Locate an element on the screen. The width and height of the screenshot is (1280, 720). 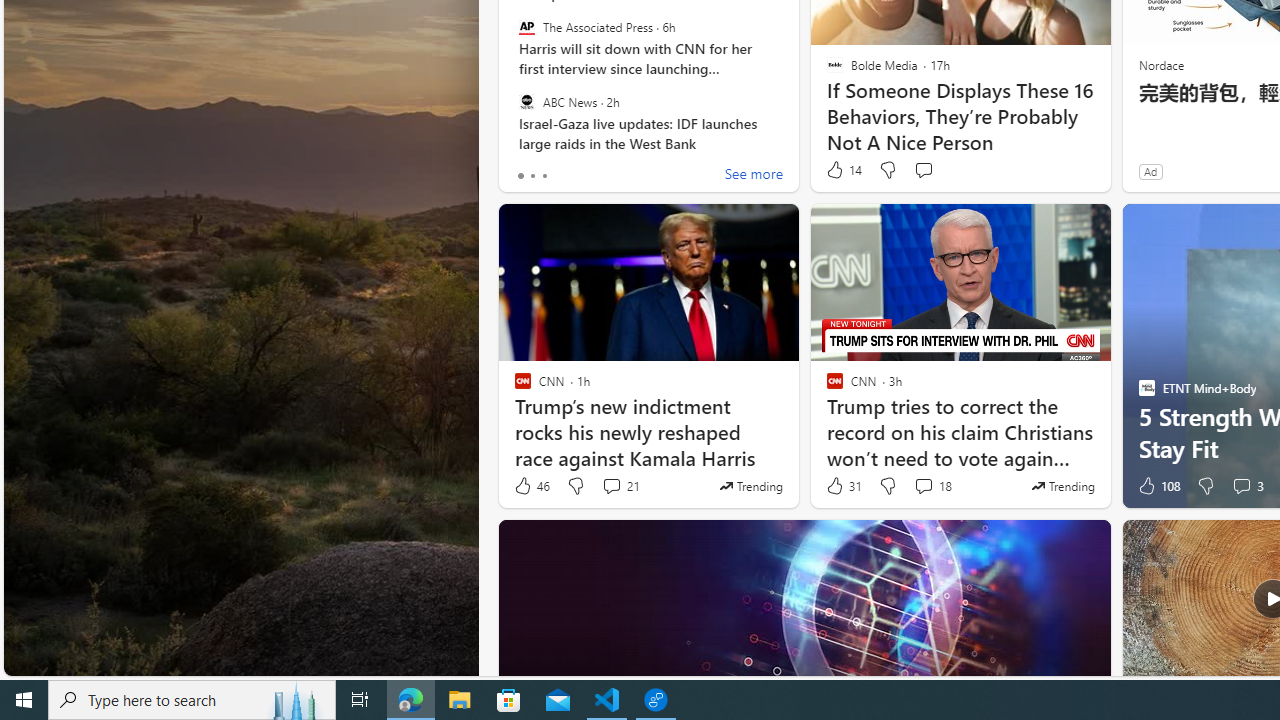
'View comments 3 Comment' is located at coordinates (1240, 486).